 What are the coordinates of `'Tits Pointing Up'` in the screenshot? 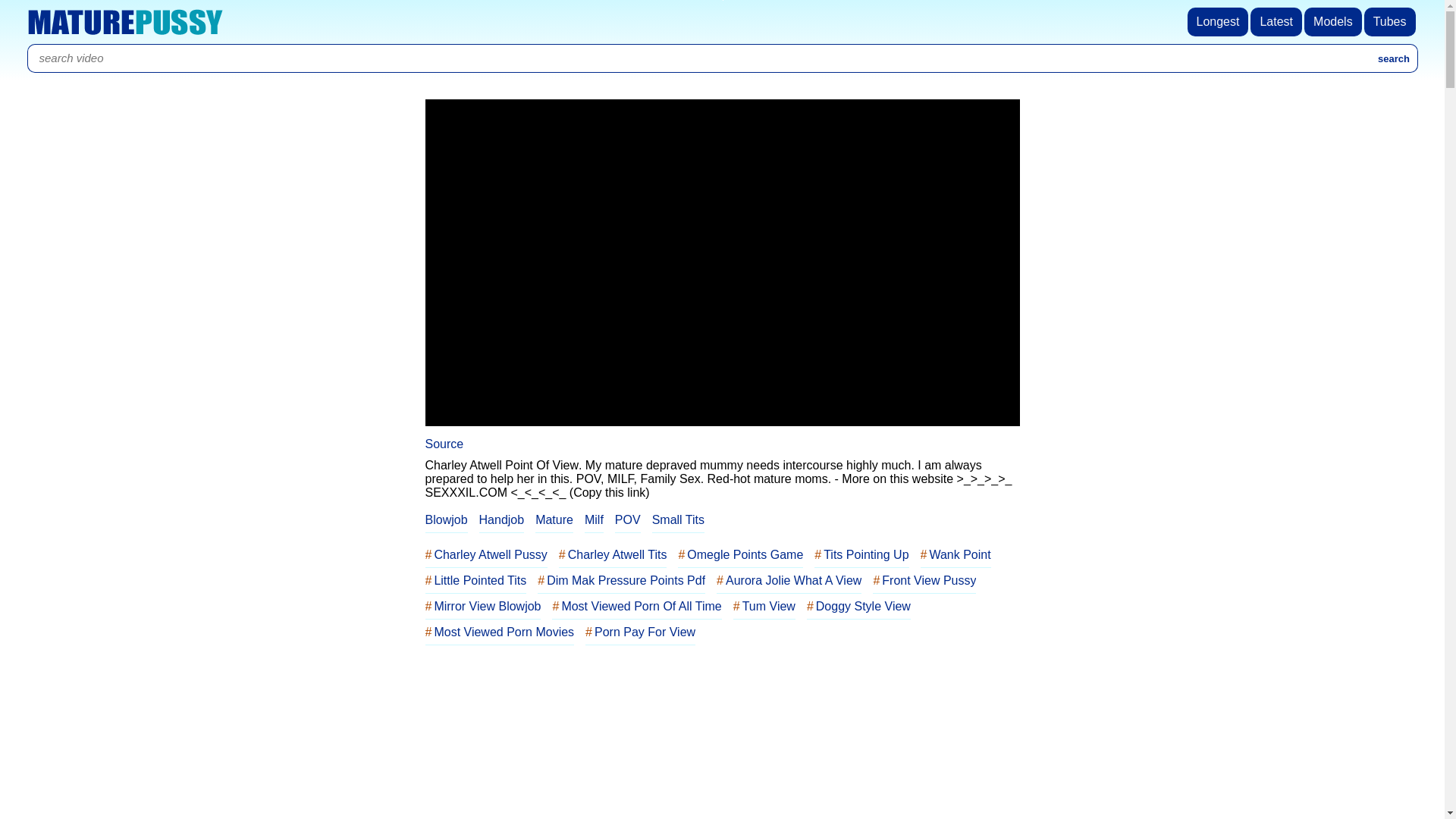 It's located at (861, 555).